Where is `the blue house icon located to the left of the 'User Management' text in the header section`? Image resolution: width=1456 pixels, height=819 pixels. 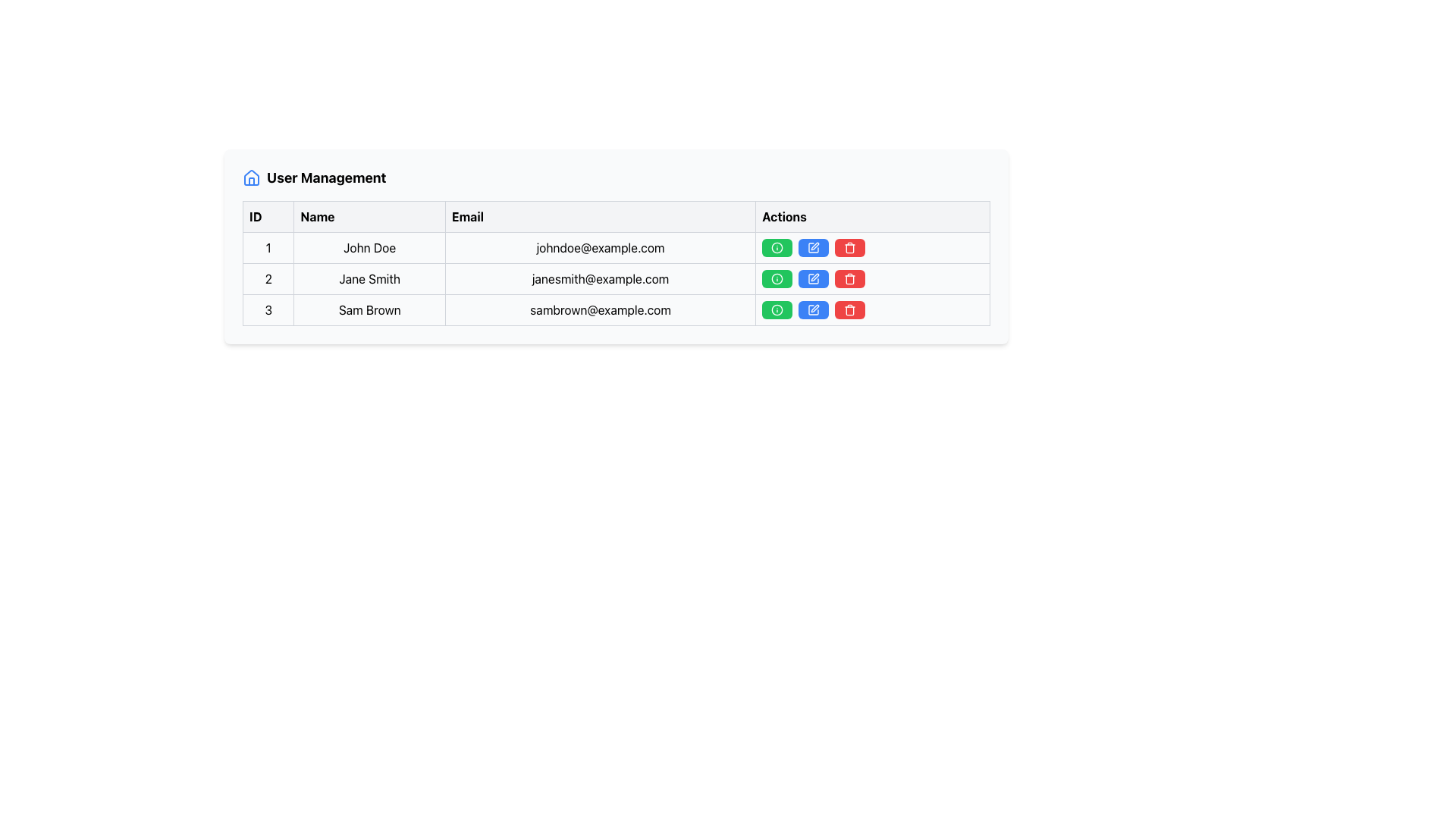 the blue house icon located to the left of the 'User Management' text in the header section is located at coordinates (251, 177).